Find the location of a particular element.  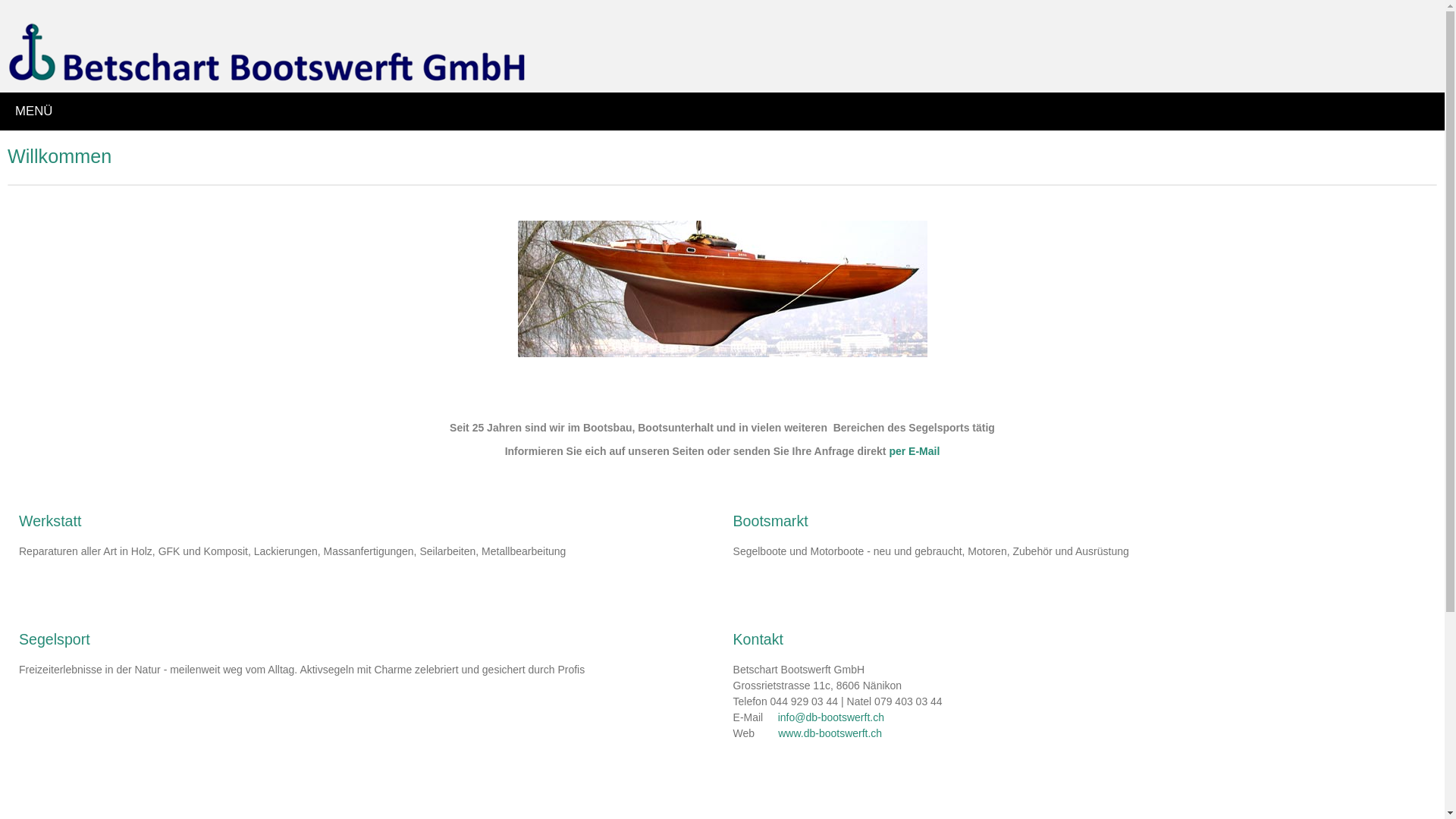

'Werkstatt' is located at coordinates (50, 519).